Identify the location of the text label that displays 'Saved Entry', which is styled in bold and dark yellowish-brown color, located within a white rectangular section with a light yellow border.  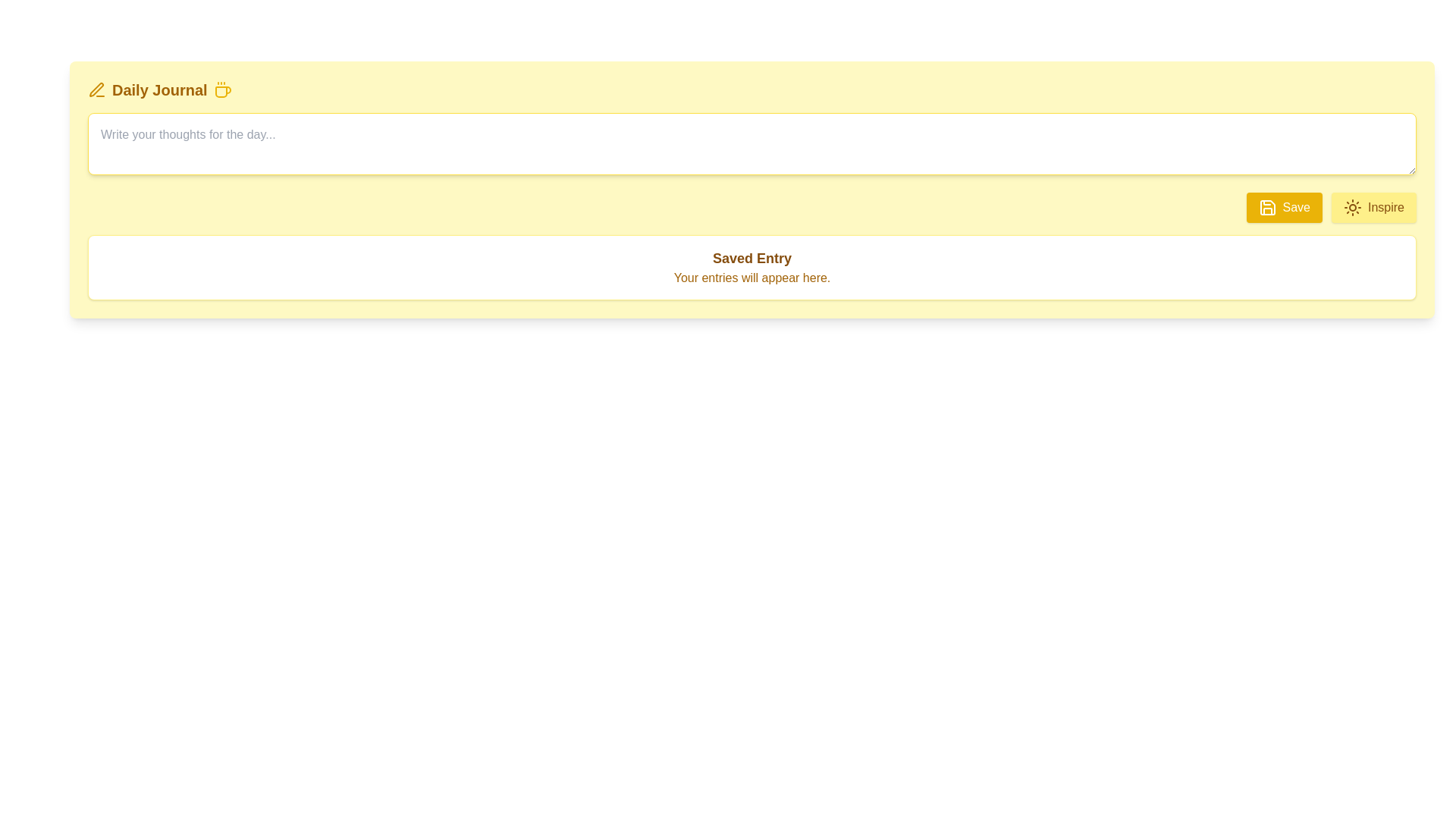
(752, 257).